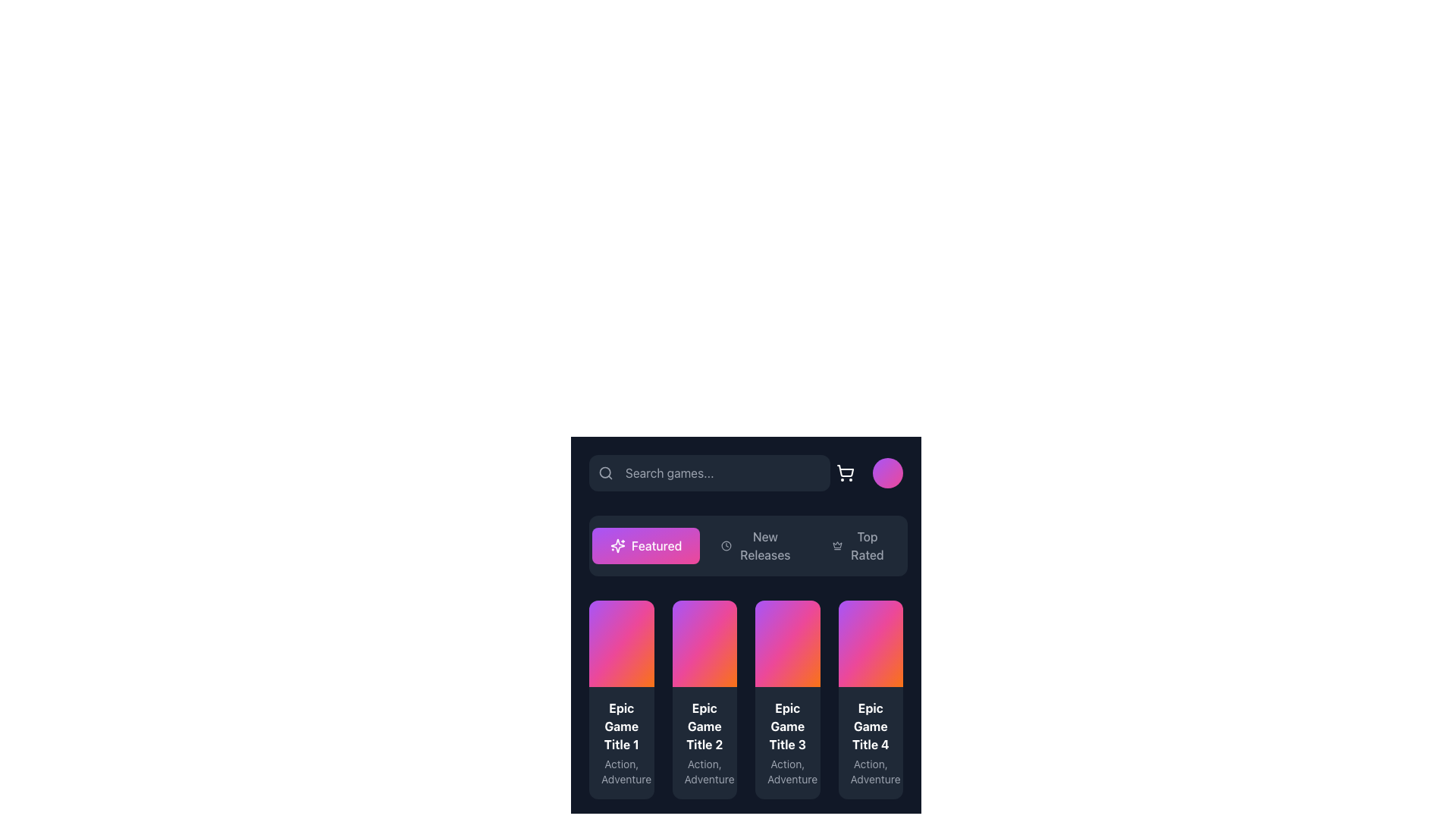  What do you see at coordinates (871, 714) in the screenshot?
I see `text label 'Action, Adventure' located in the bottom section of the fourth card, which is styled with a small font size and gray color, positioned centrally below the title 'Epic Game Title 4'` at bounding box center [871, 714].